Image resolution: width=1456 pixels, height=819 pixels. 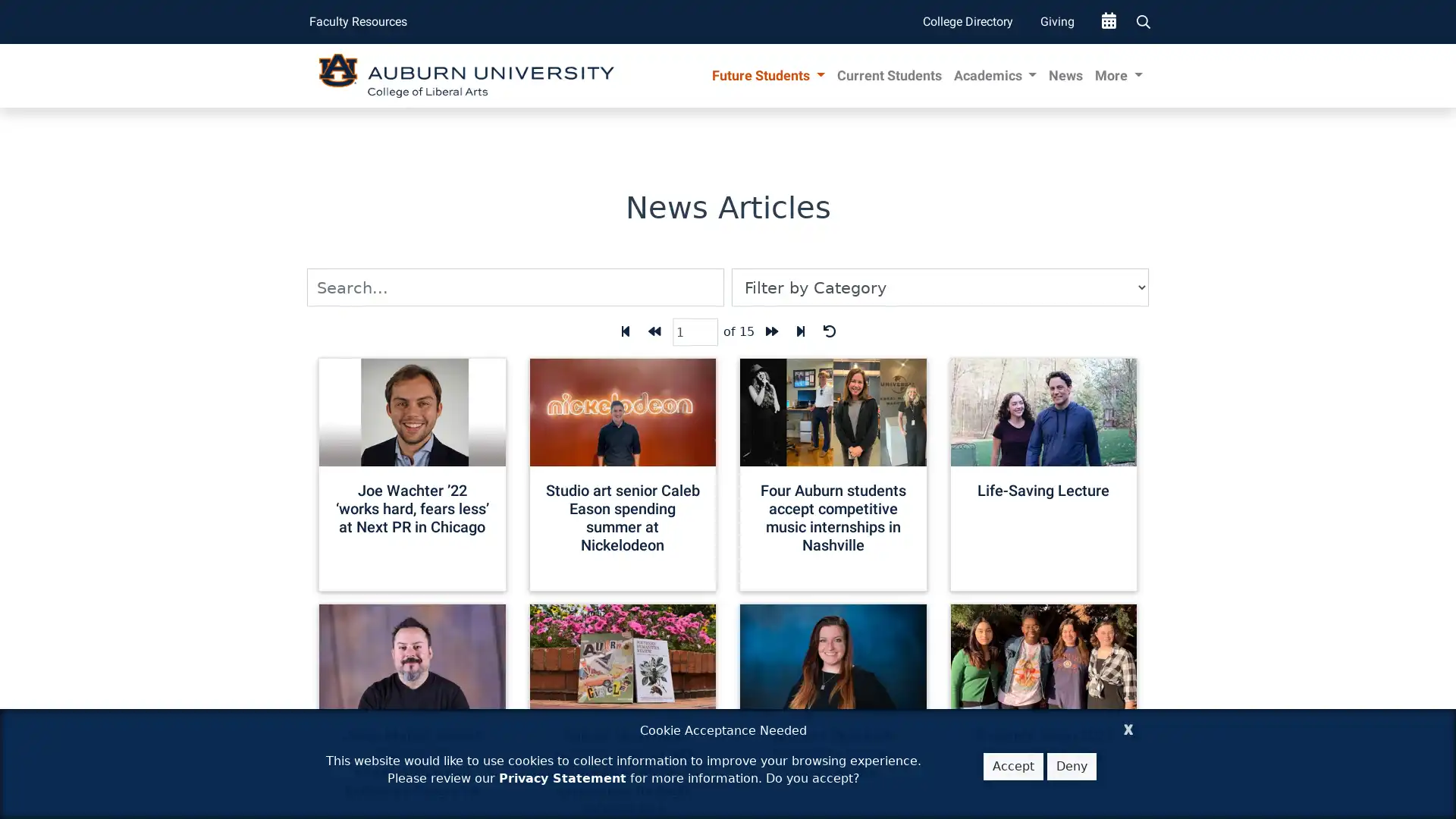 What do you see at coordinates (739, 331) in the screenshot?
I see `of 15` at bounding box center [739, 331].